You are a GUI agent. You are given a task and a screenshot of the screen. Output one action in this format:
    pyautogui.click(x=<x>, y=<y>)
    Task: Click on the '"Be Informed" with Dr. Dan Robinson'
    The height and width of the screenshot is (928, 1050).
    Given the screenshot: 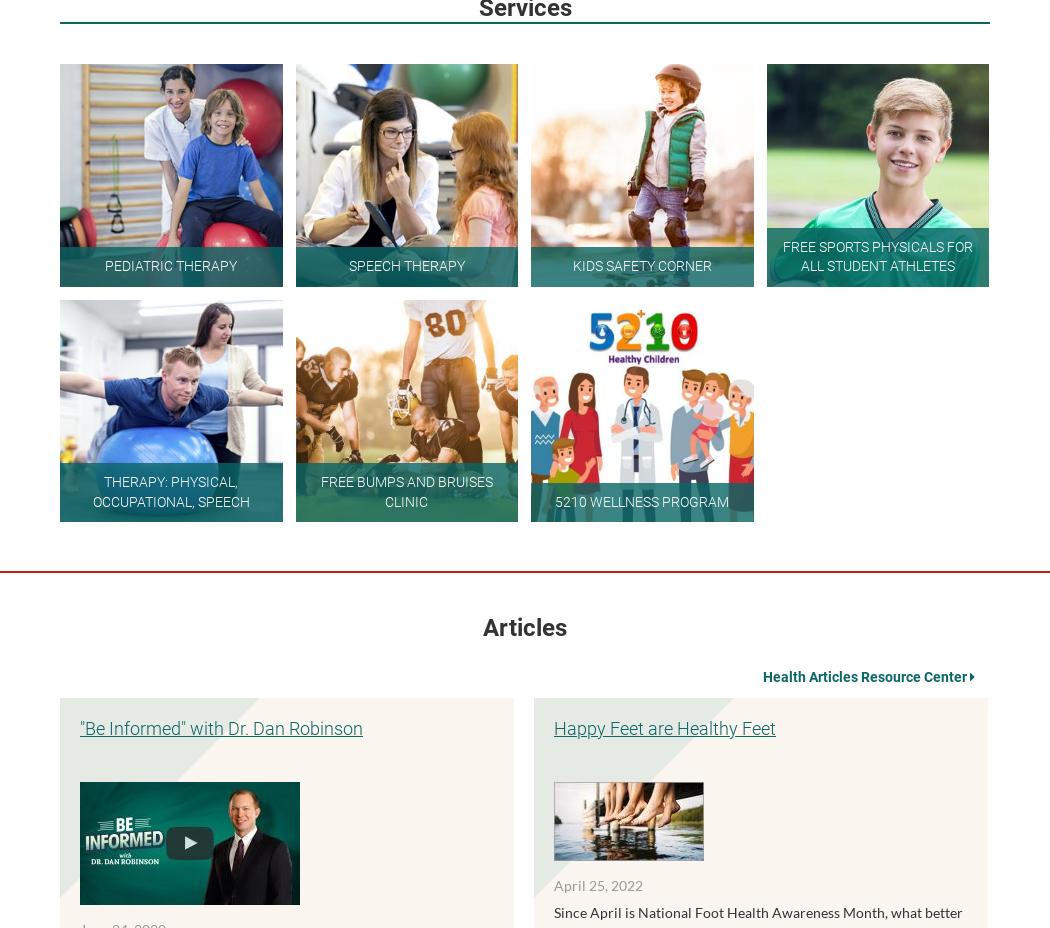 What is the action you would take?
    pyautogui.click(x=220, y=726)
    